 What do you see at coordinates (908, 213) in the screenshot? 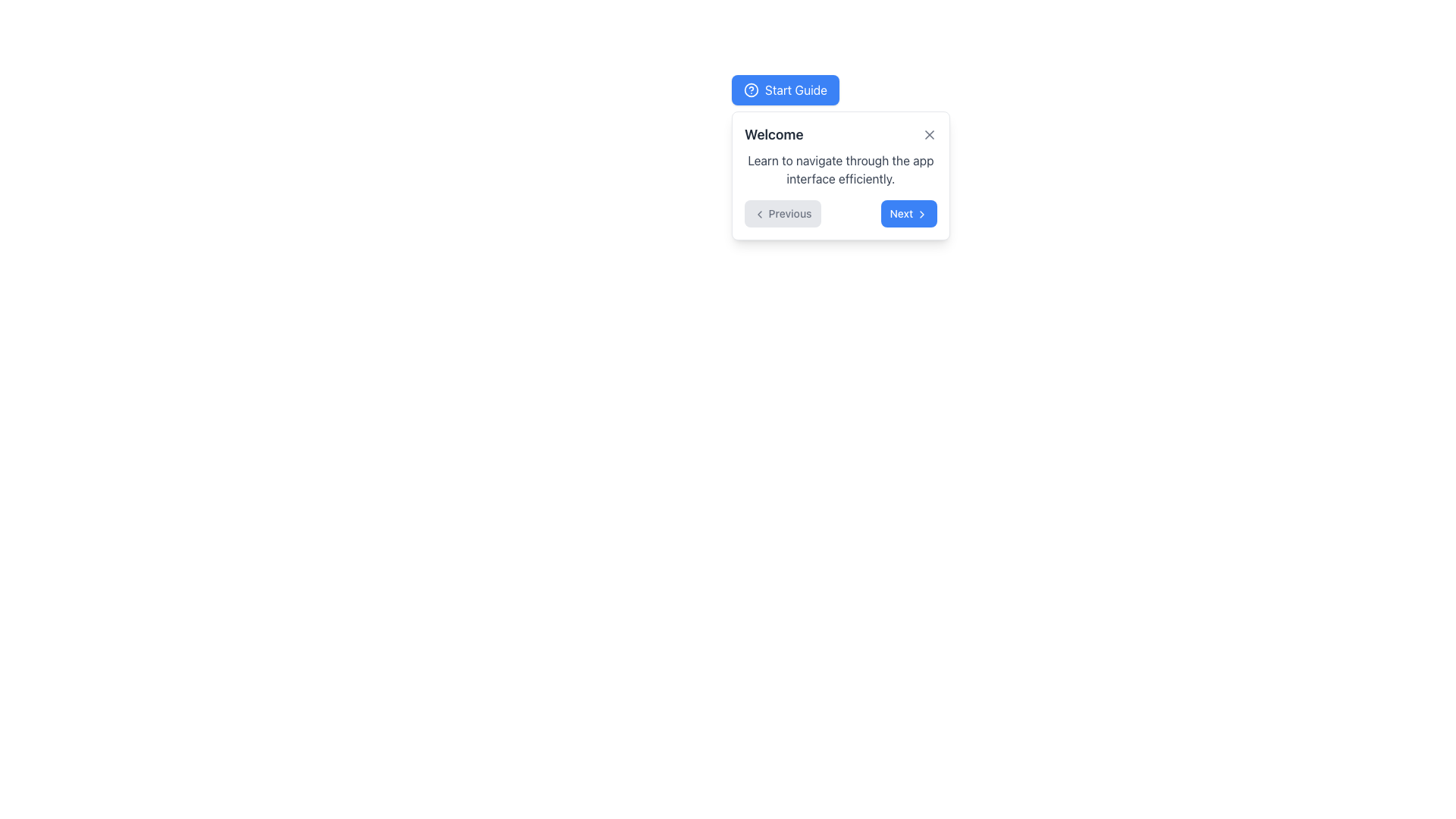
I see `the second button from the left in the navigation controls` at bounding box center [908, 213].